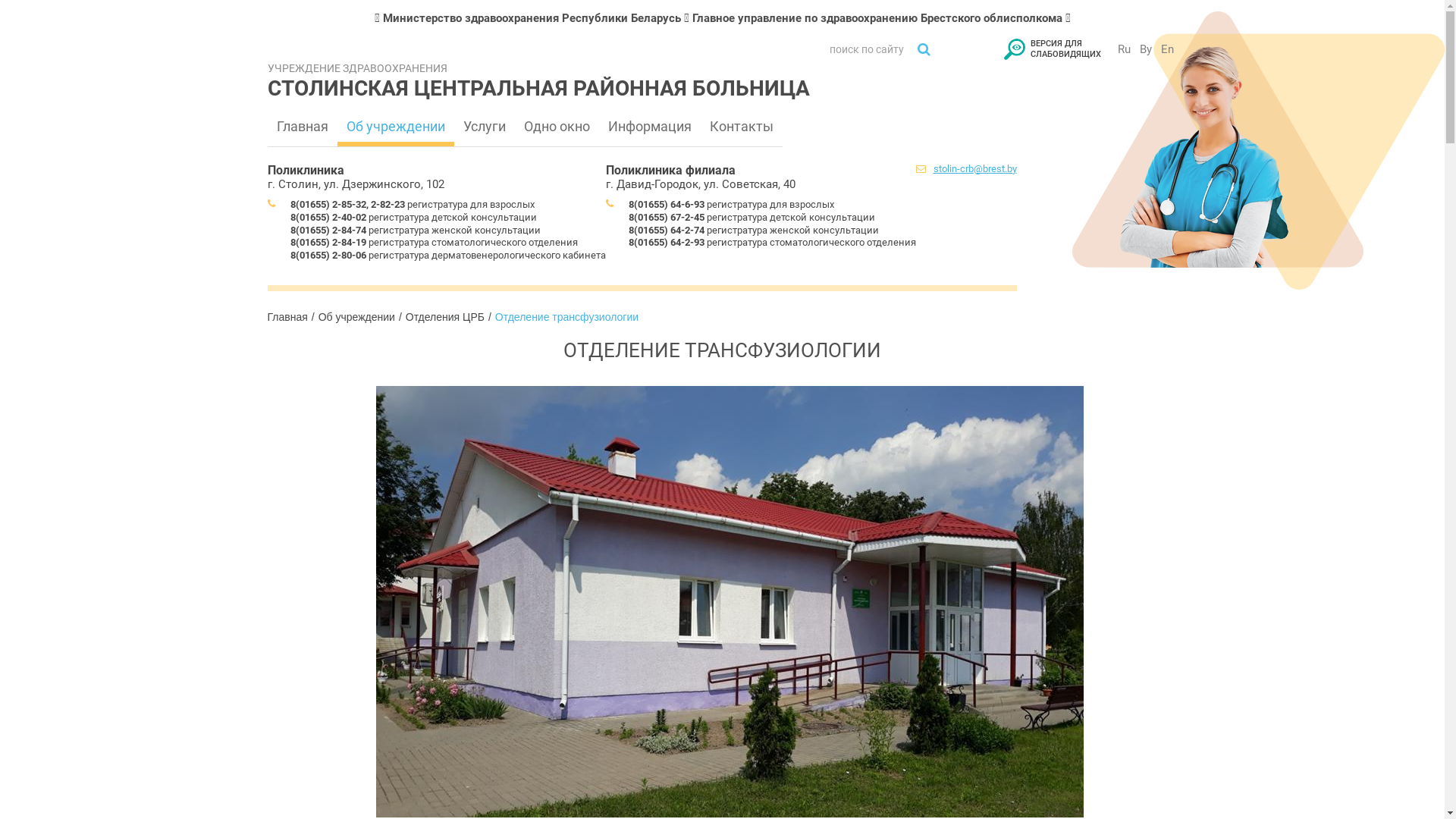 This screenshot has width=1456, height=819. Describe the element at coordinates (1123, 49) in the screenshot. I see `'Ru'` at that location.